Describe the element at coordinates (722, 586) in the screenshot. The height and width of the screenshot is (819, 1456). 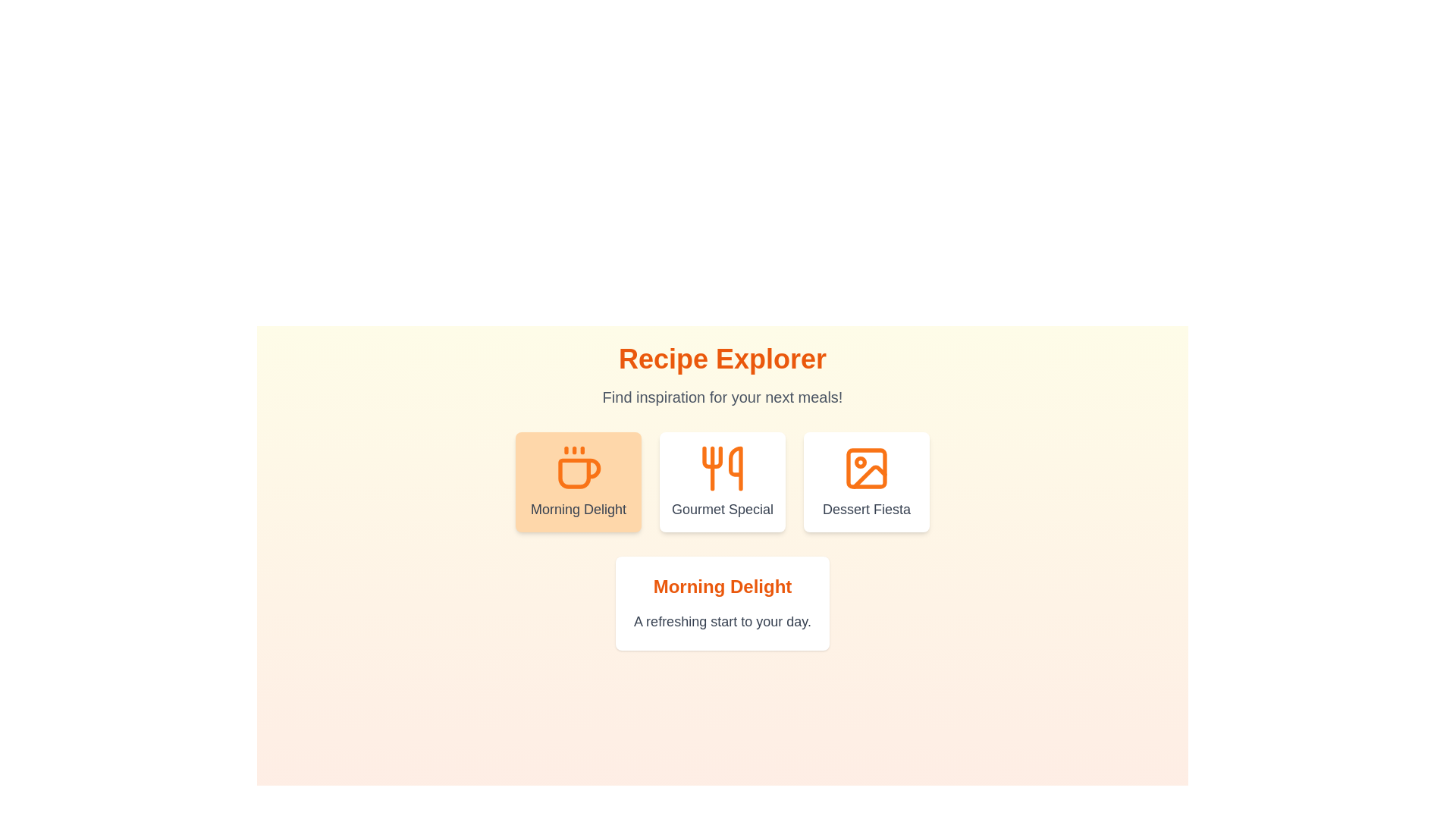
I see `the prominently styled Text Label with a large font size and bold typeface, presented in orange color against a white background, centrally positioned above the text 'A refreshing start to your day.'` at that location.